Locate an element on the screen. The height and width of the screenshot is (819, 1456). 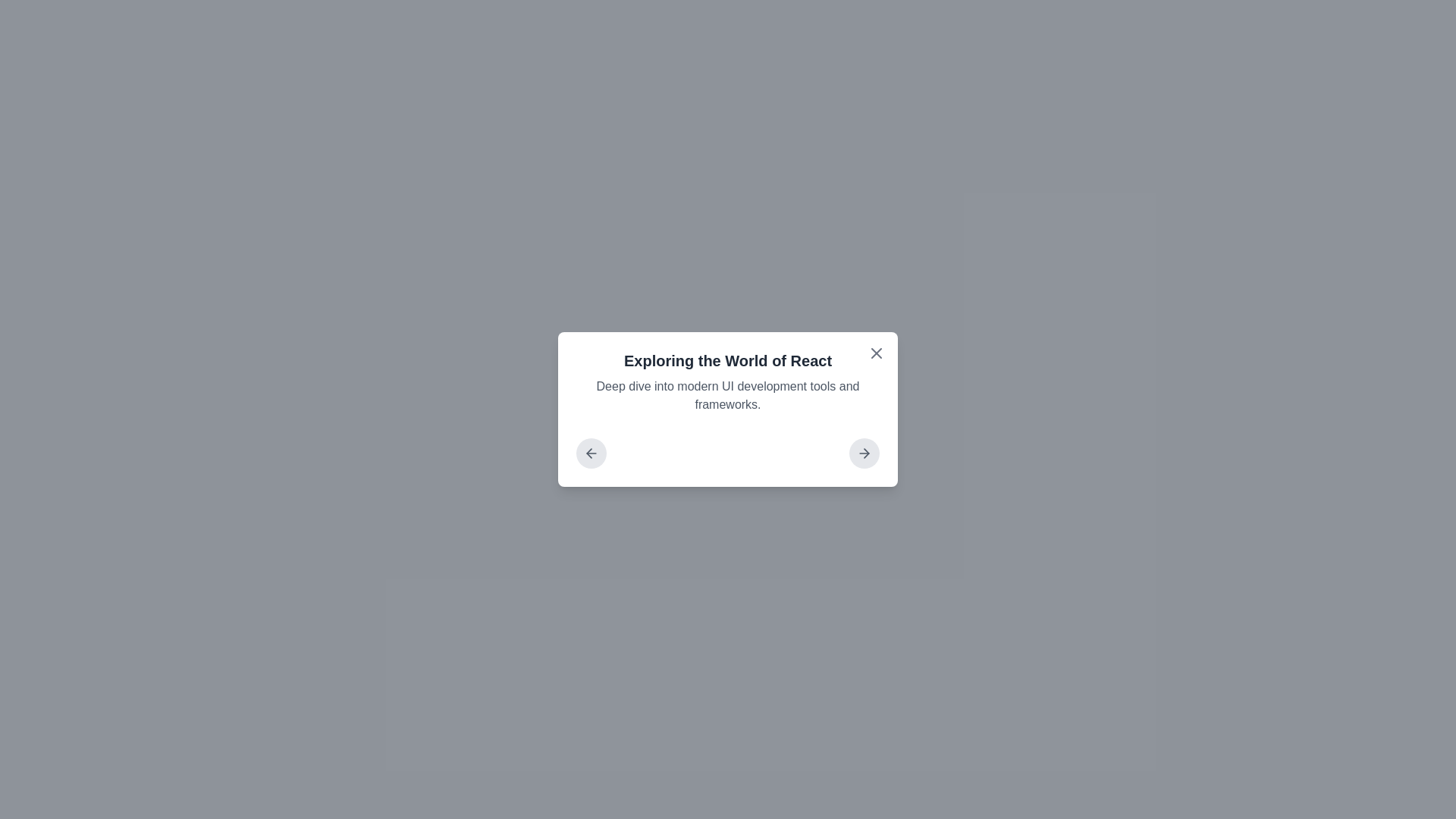
SVG icon located within the circular button in the bottom-right corner of the card interface, which serves as a navigation icon for moving to the next item or page is located at coordinates (866, 452).